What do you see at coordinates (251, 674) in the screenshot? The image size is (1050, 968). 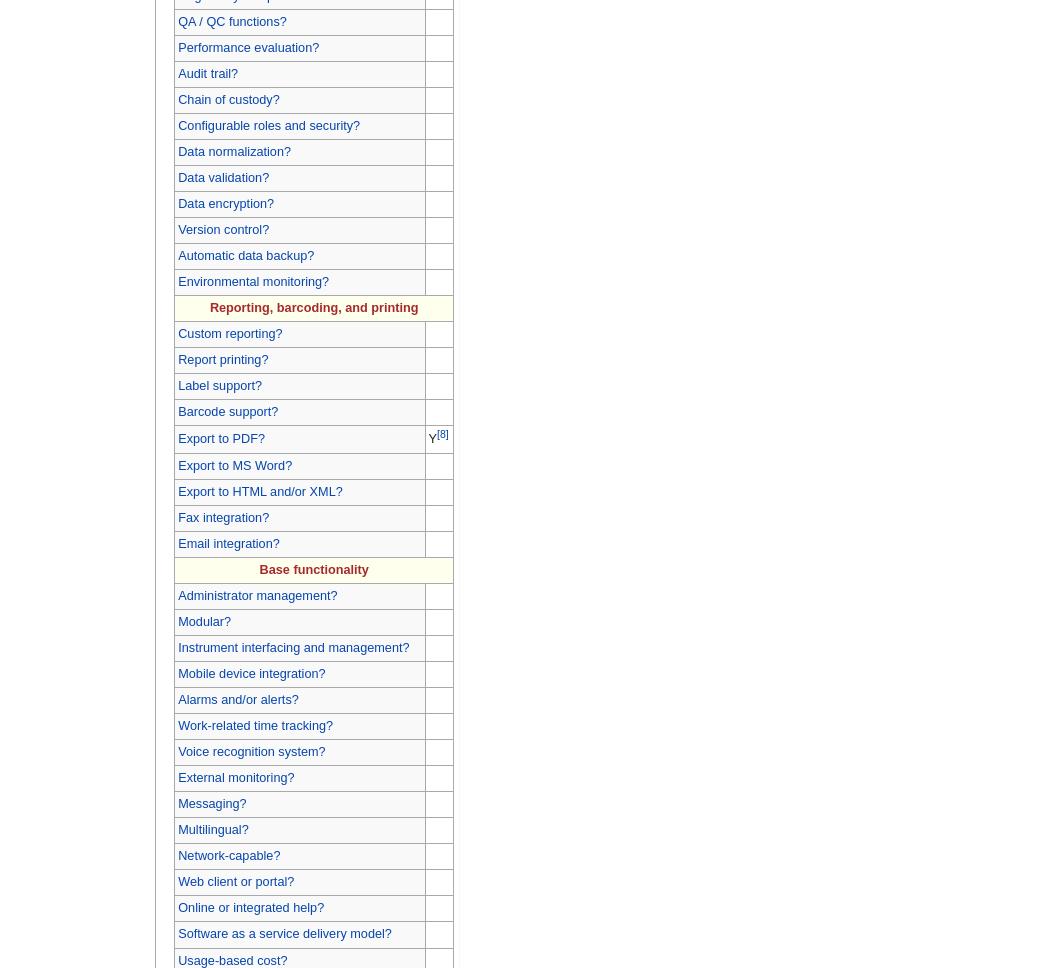 I see `'Mobile device integration?'` at bounding box center [251, 674].